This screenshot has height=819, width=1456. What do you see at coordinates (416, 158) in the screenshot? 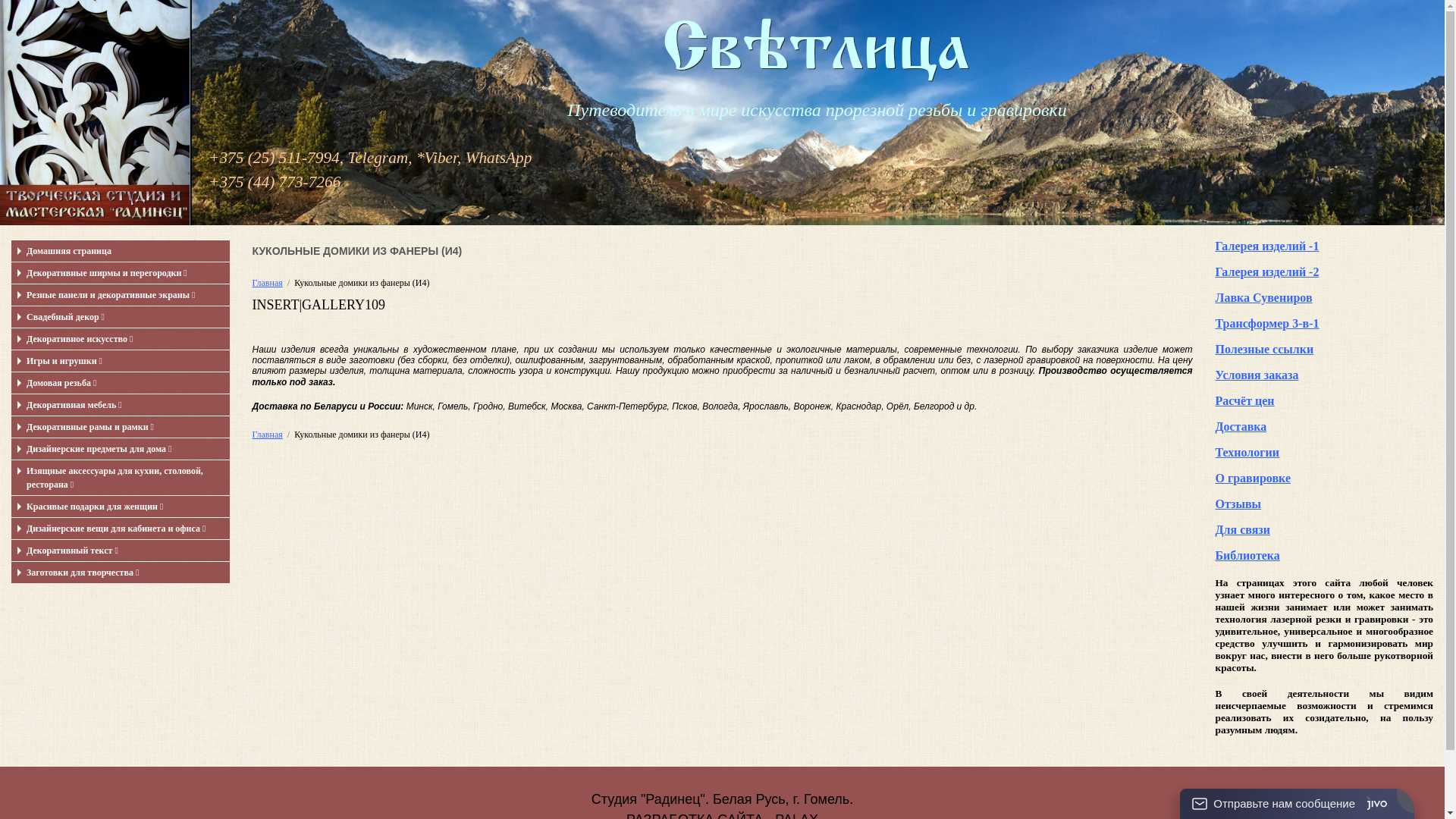
I see `'*'` at bounding box center [416, 158].